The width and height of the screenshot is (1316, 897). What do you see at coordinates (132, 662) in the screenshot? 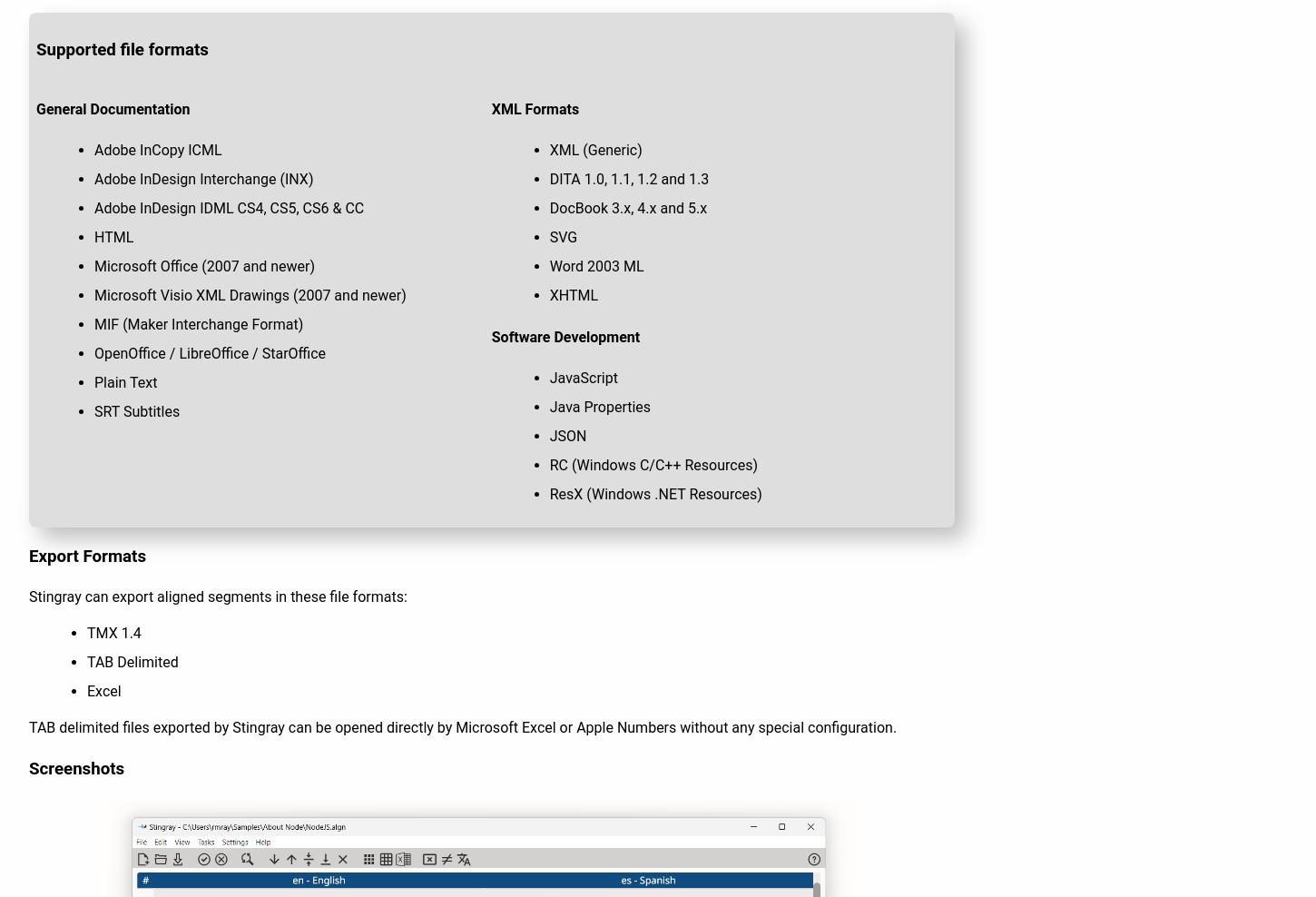
I see `'TAB Delimited'` at bounding box center [132, 662].